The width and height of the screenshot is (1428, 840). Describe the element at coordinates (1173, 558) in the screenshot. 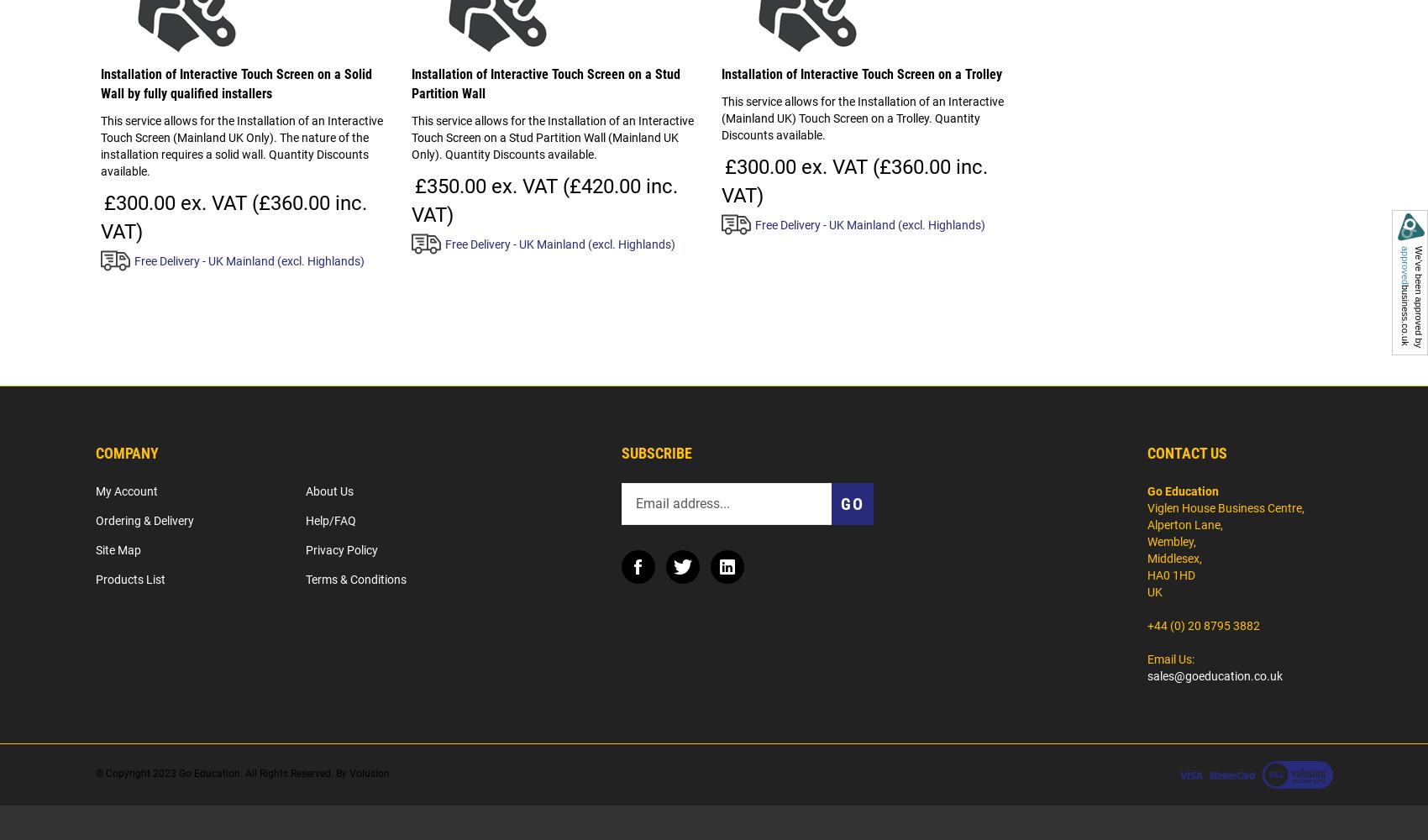

I see `'Middlesex,'` at that location.